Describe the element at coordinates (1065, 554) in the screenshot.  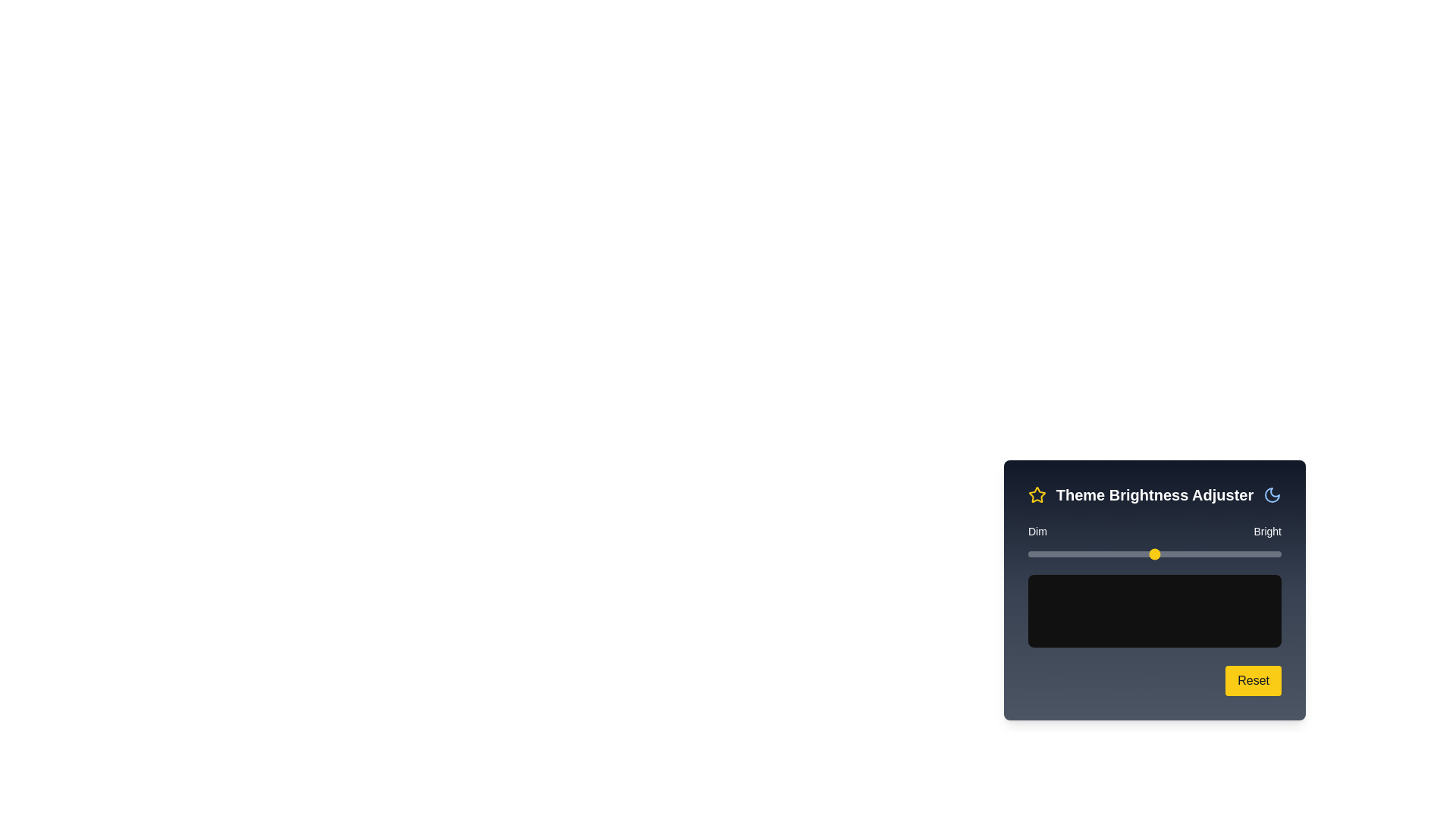
I see `the brightness slider to set the brightness to 15%` at that location.